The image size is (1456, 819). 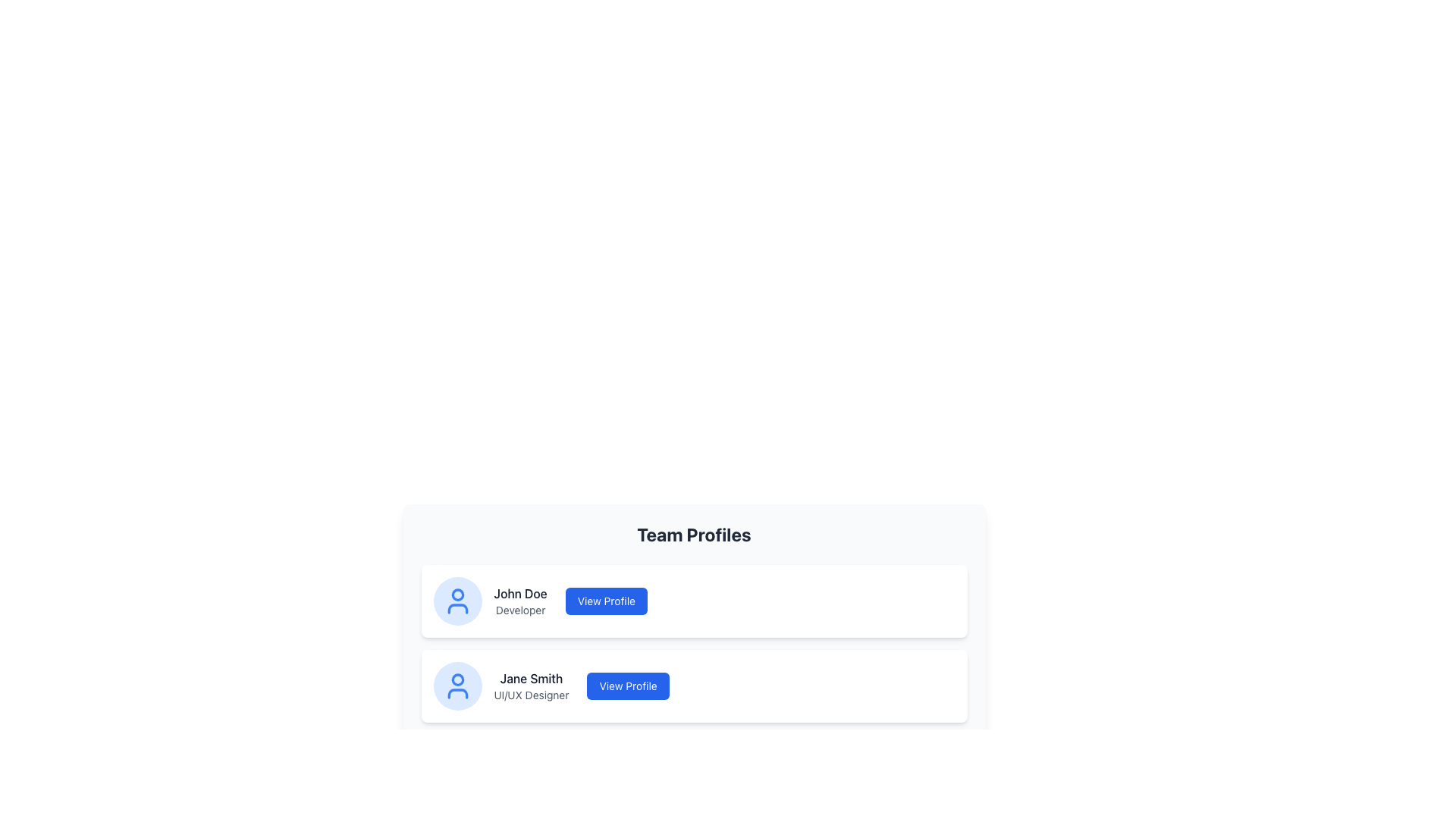 What do you see at coordinates (457, 601) in the screenshot?
I see `the user profile icon located in the first team member's profile card next to the name 'John Doe' in the 'Team Profiles' section` at bounding box center [457, 601].